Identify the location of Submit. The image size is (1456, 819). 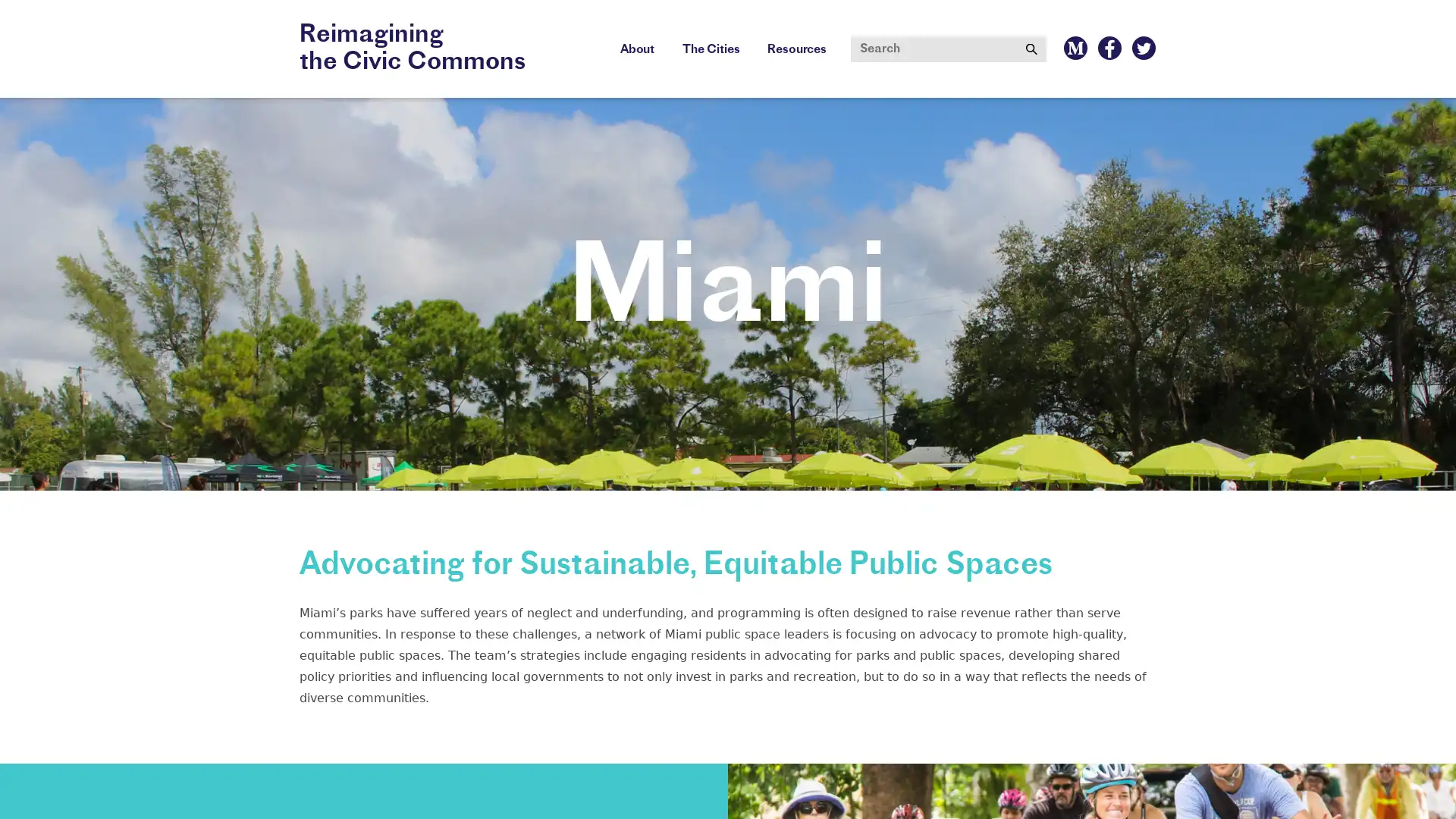
(1031, 48).